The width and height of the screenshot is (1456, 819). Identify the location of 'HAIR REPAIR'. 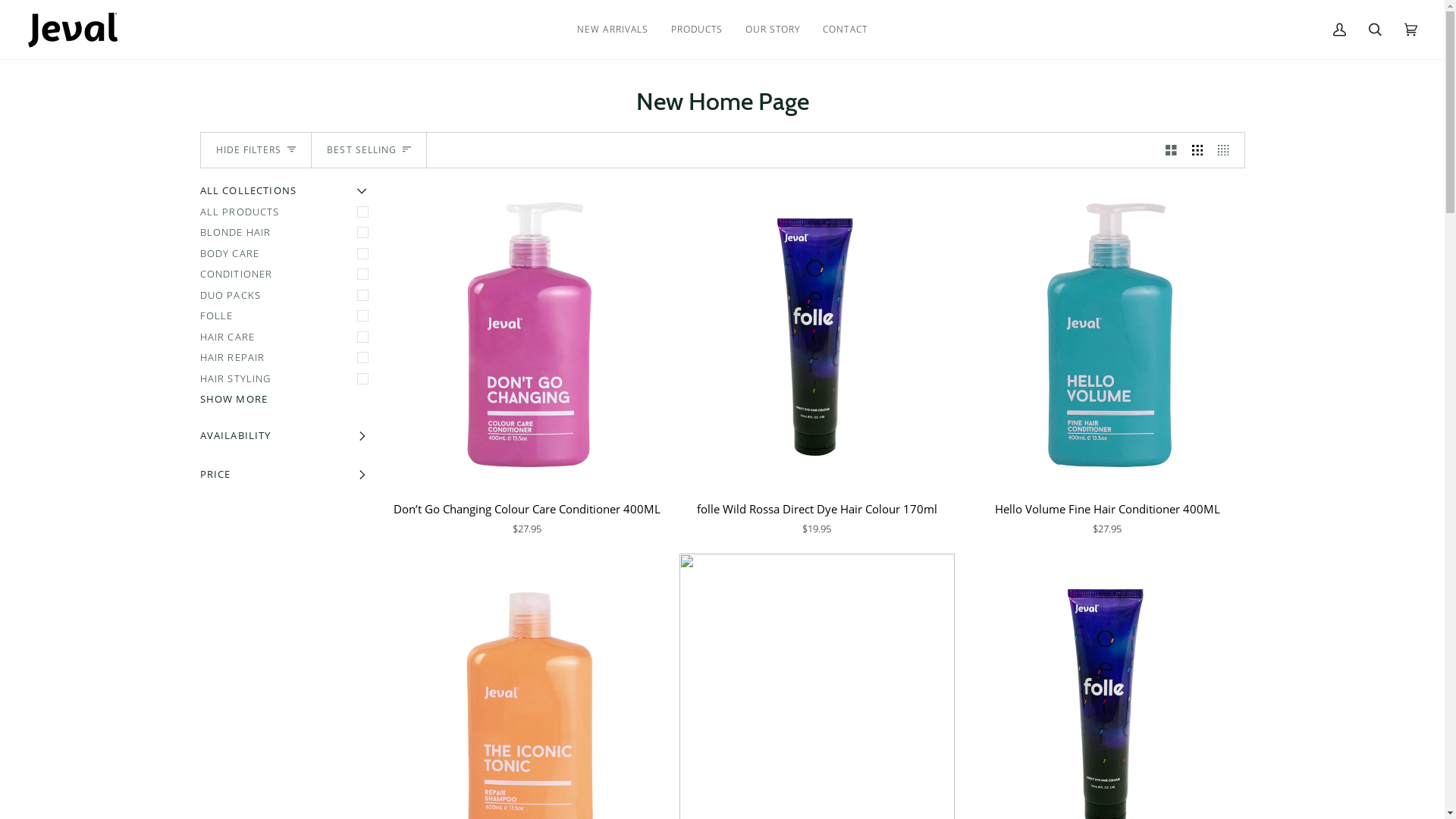
(287, 357).